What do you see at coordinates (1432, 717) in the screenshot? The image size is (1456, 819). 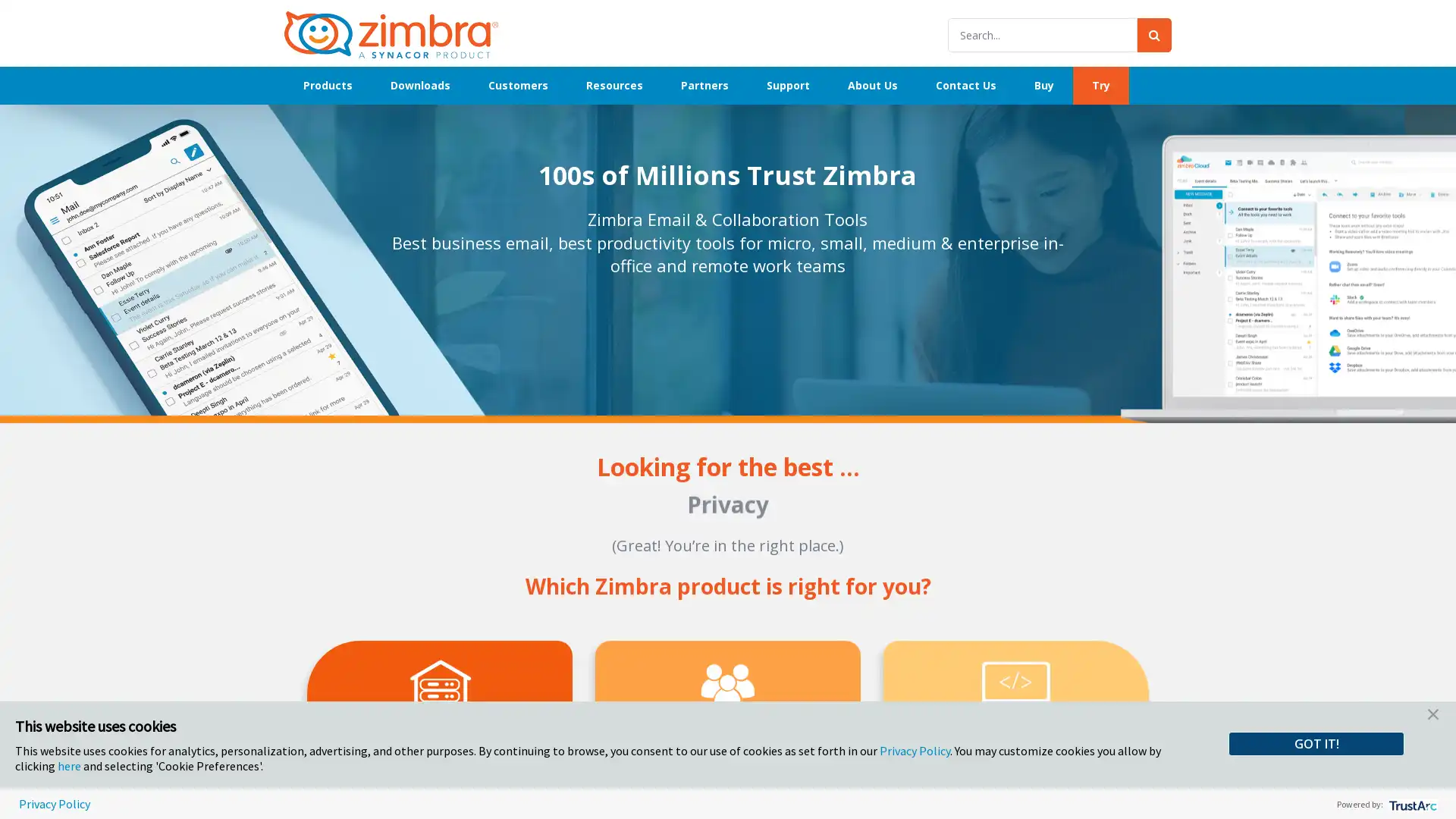 I see `close banner` at bounding box center [1432, 717].